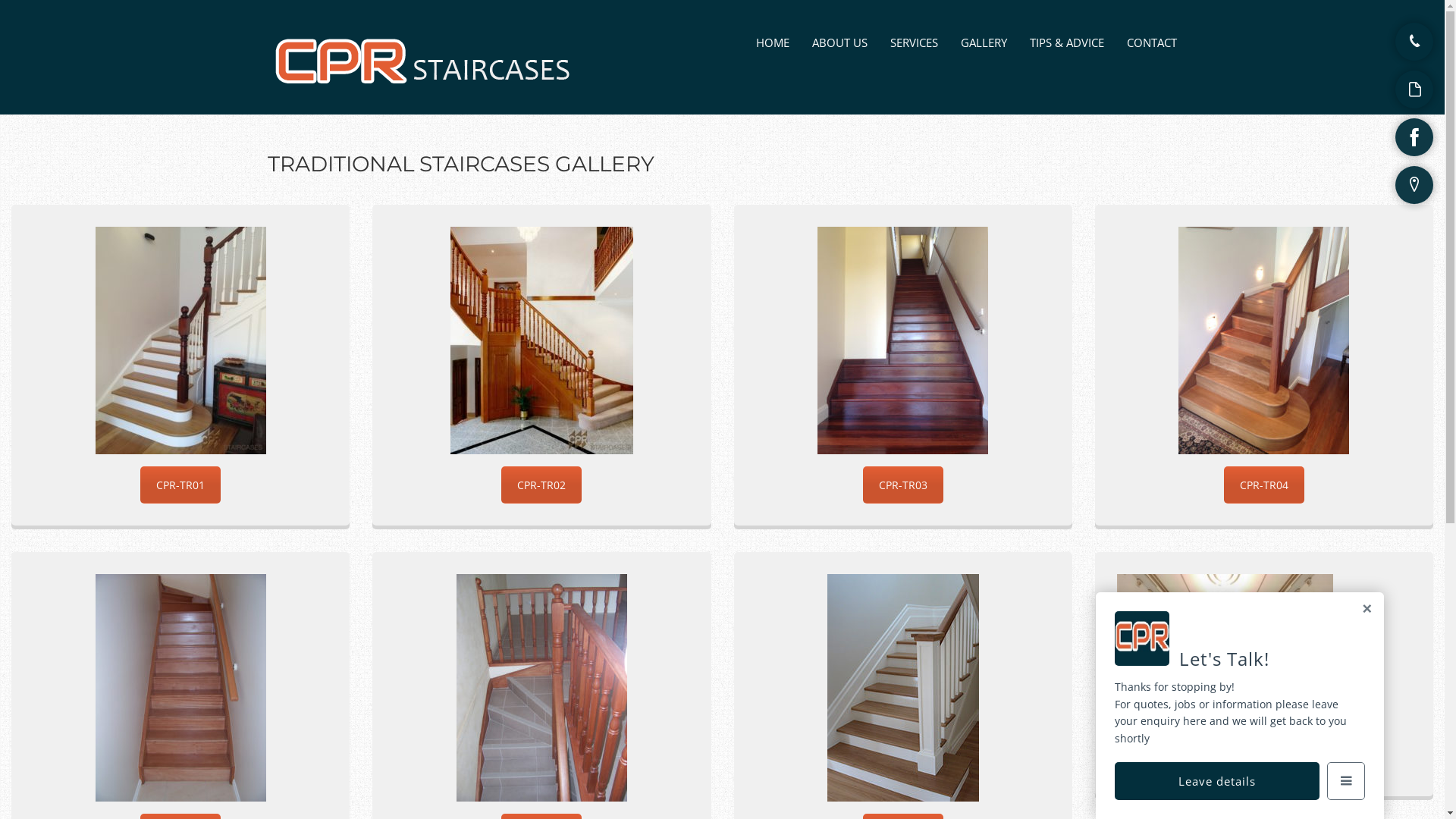 Image resolution: width=1456 pixels, height=819 pixels. What do you see at coordinates (913, 42) in the screenshot?
I see `'SERVICES'` at bounding box center [913, 42].